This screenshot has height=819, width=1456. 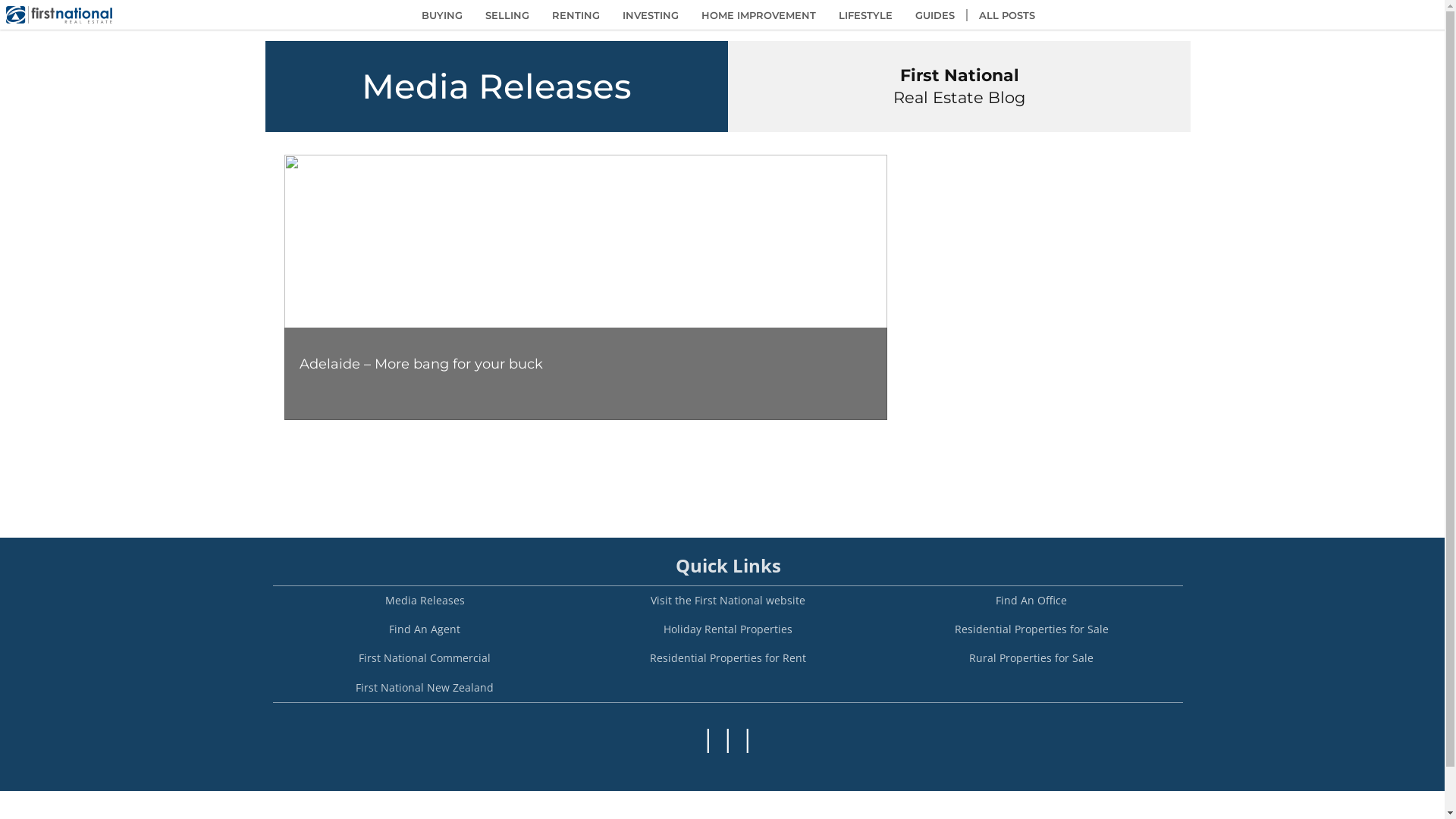 What do you see at coordinates (425, 629) in the screenshot?
I see `'Find An Agent'` at bounding box center [425, 629].